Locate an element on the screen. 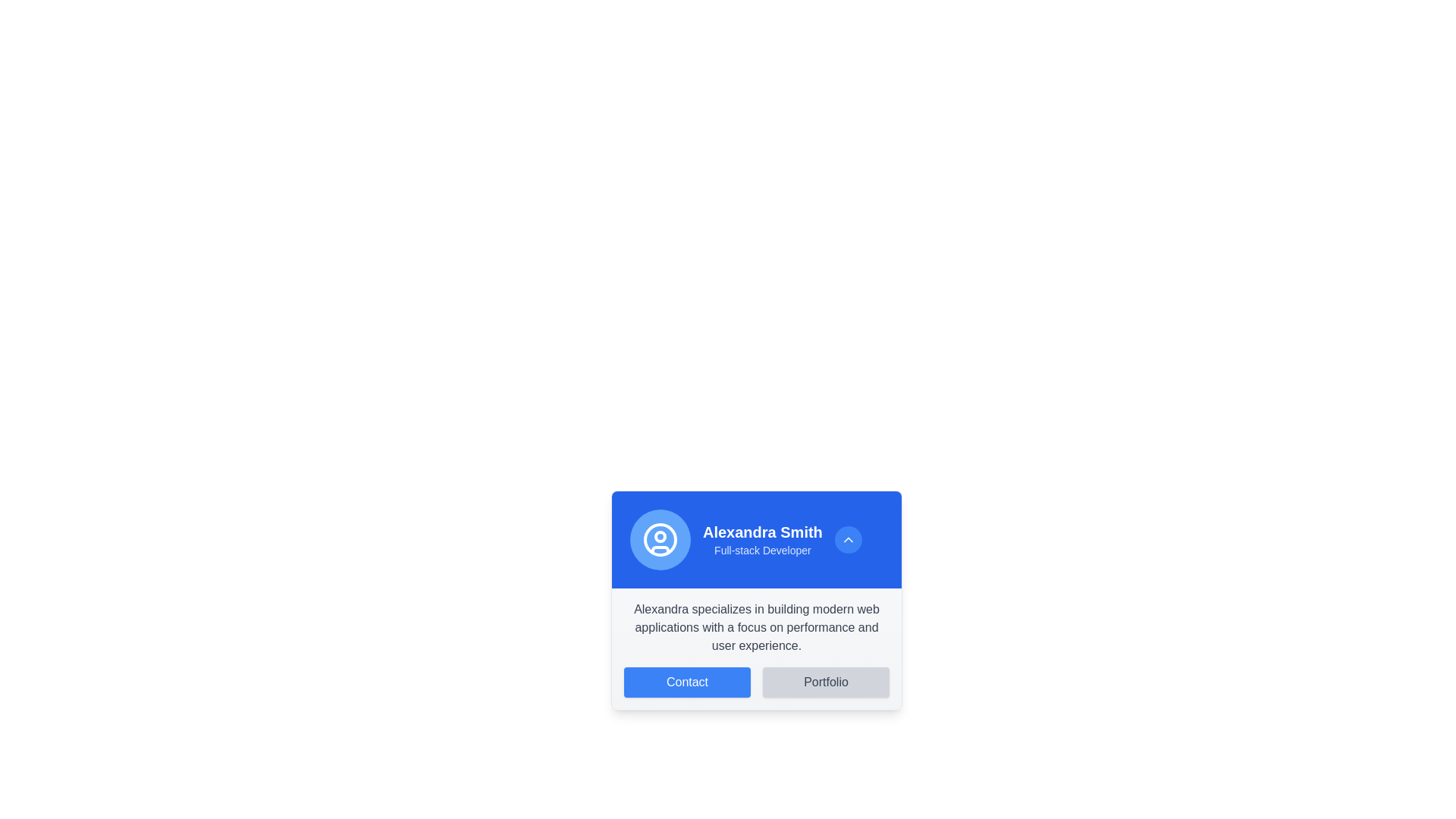 The width and height of the screenshot is (1456, 819). the text label displaying 'Alexandra Smith' in bold white text on a blue background is located at coordinates (762, 532).